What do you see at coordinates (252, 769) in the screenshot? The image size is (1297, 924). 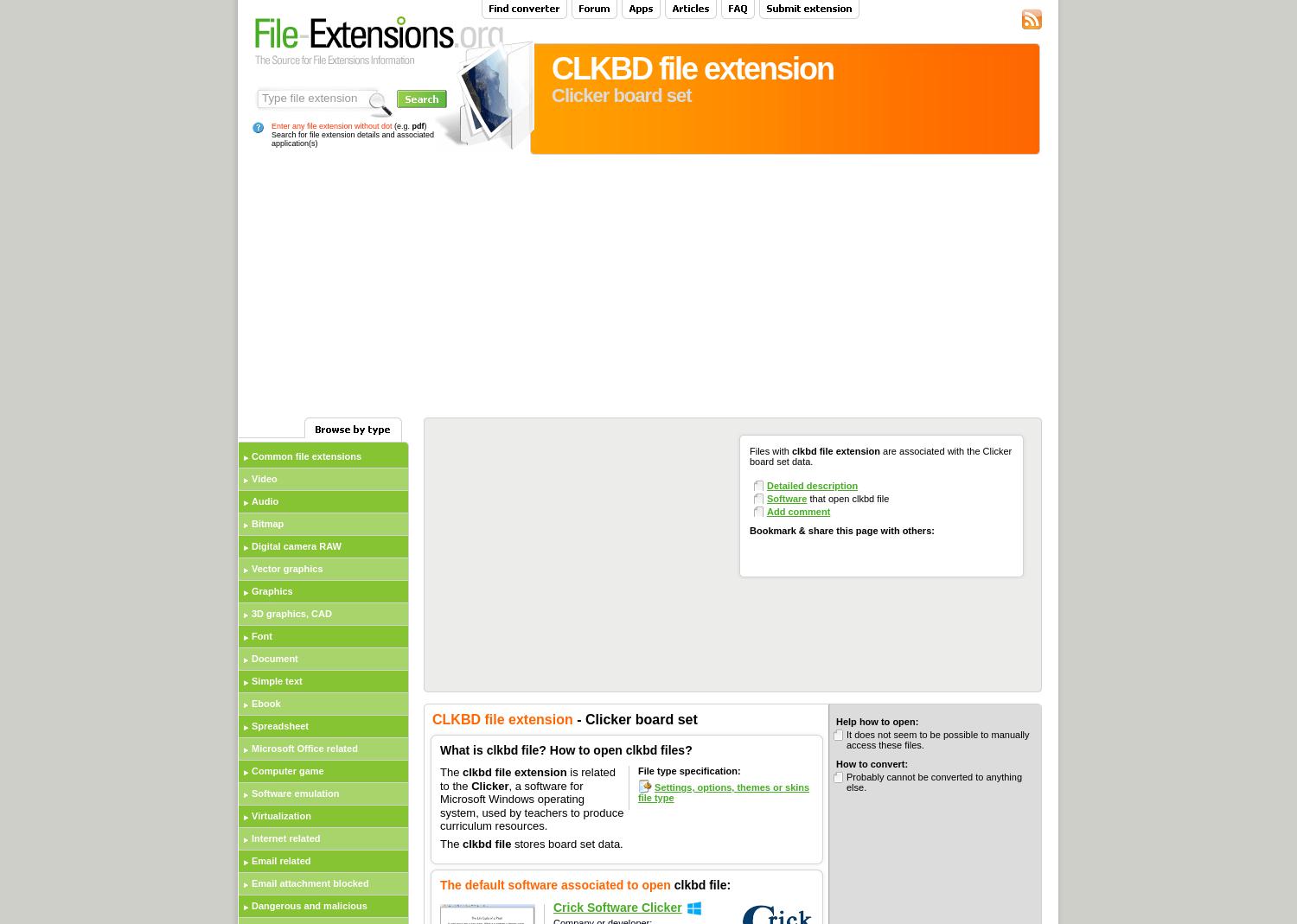 I see `'Computer game'` at bounding box center [252, 769].